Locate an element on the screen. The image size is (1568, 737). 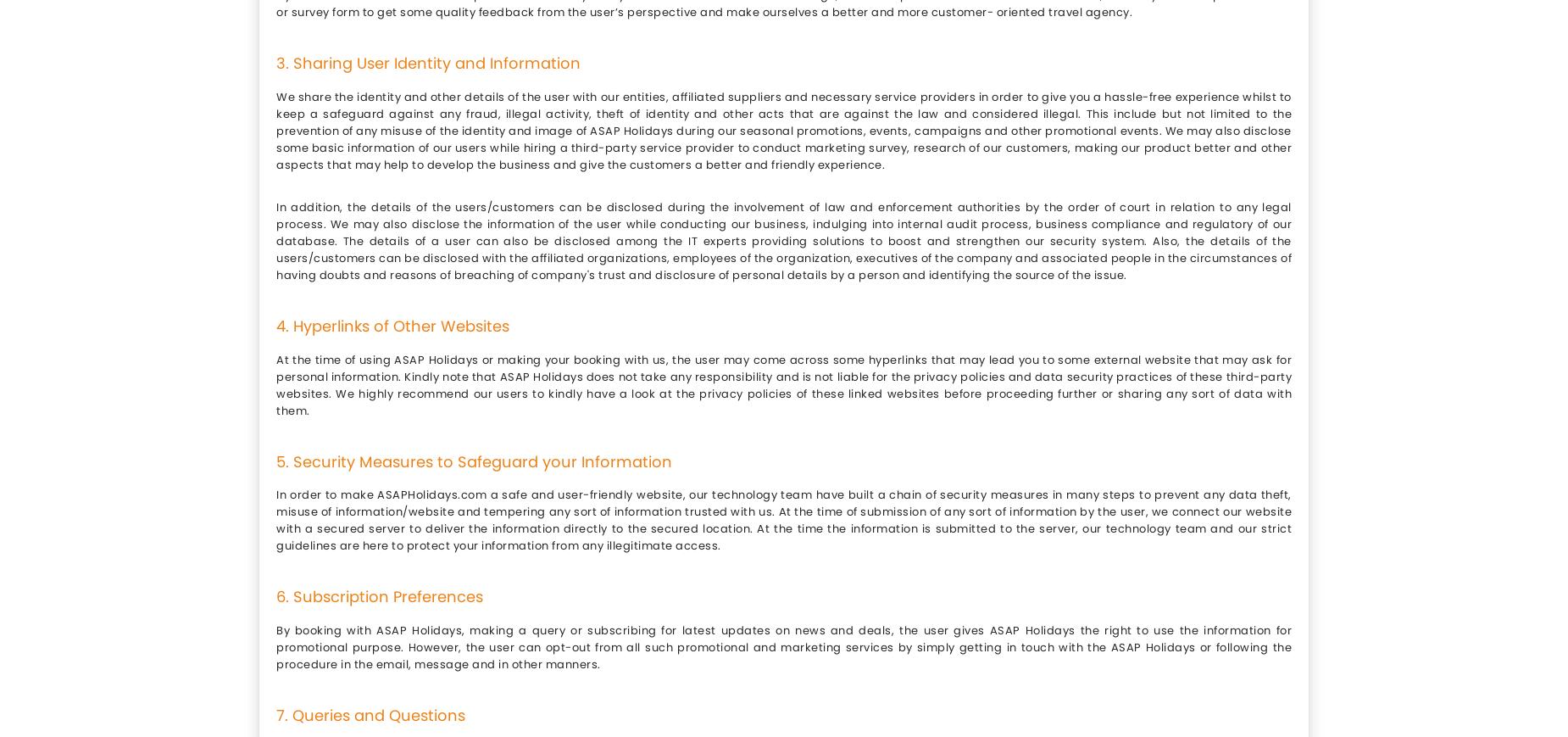
'6. Subscription Preferences' is located at coordinates (275, 596).